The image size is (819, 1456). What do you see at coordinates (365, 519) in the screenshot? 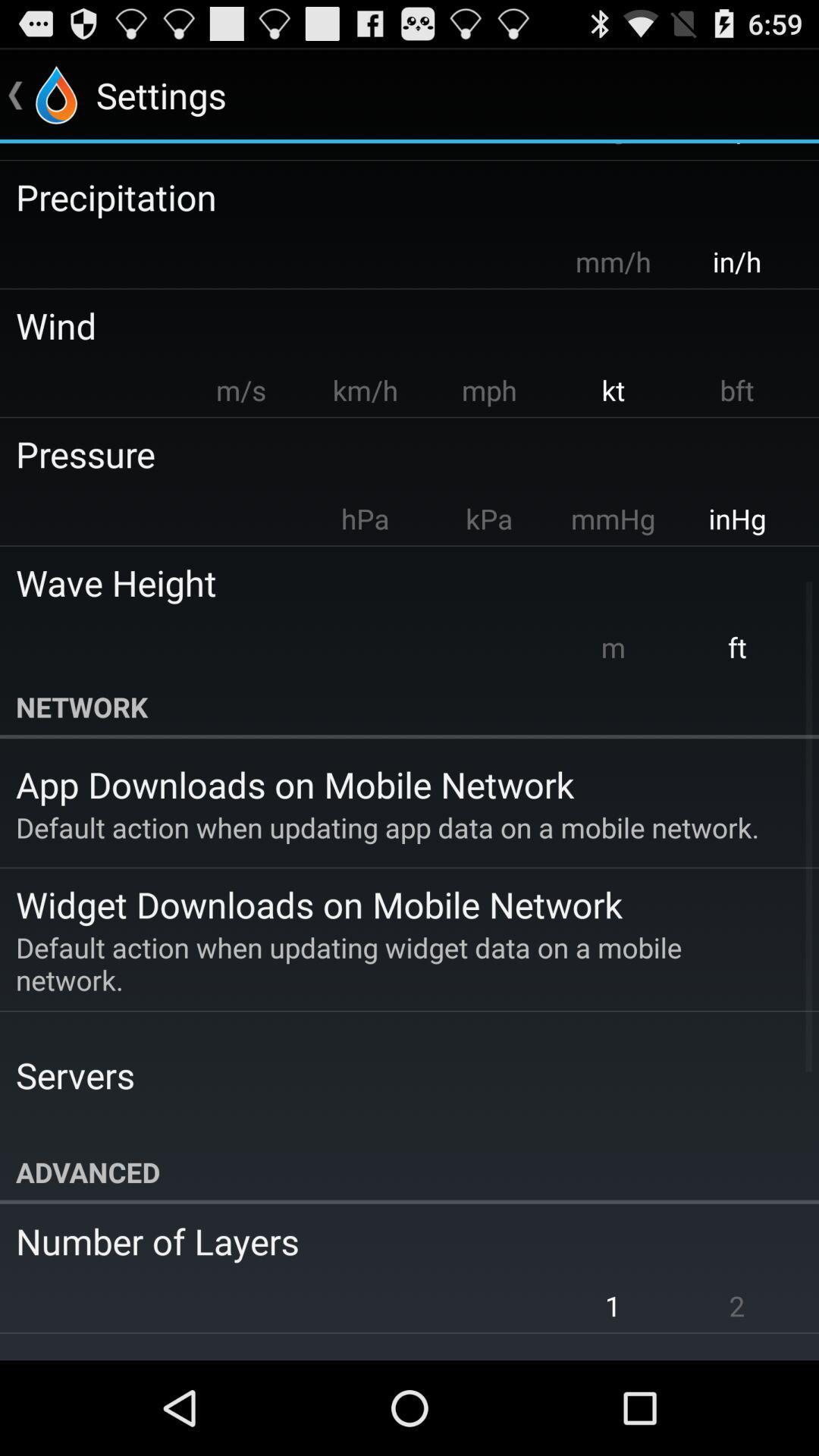
I see `the hpa icon` at bounding box center [365, 519].